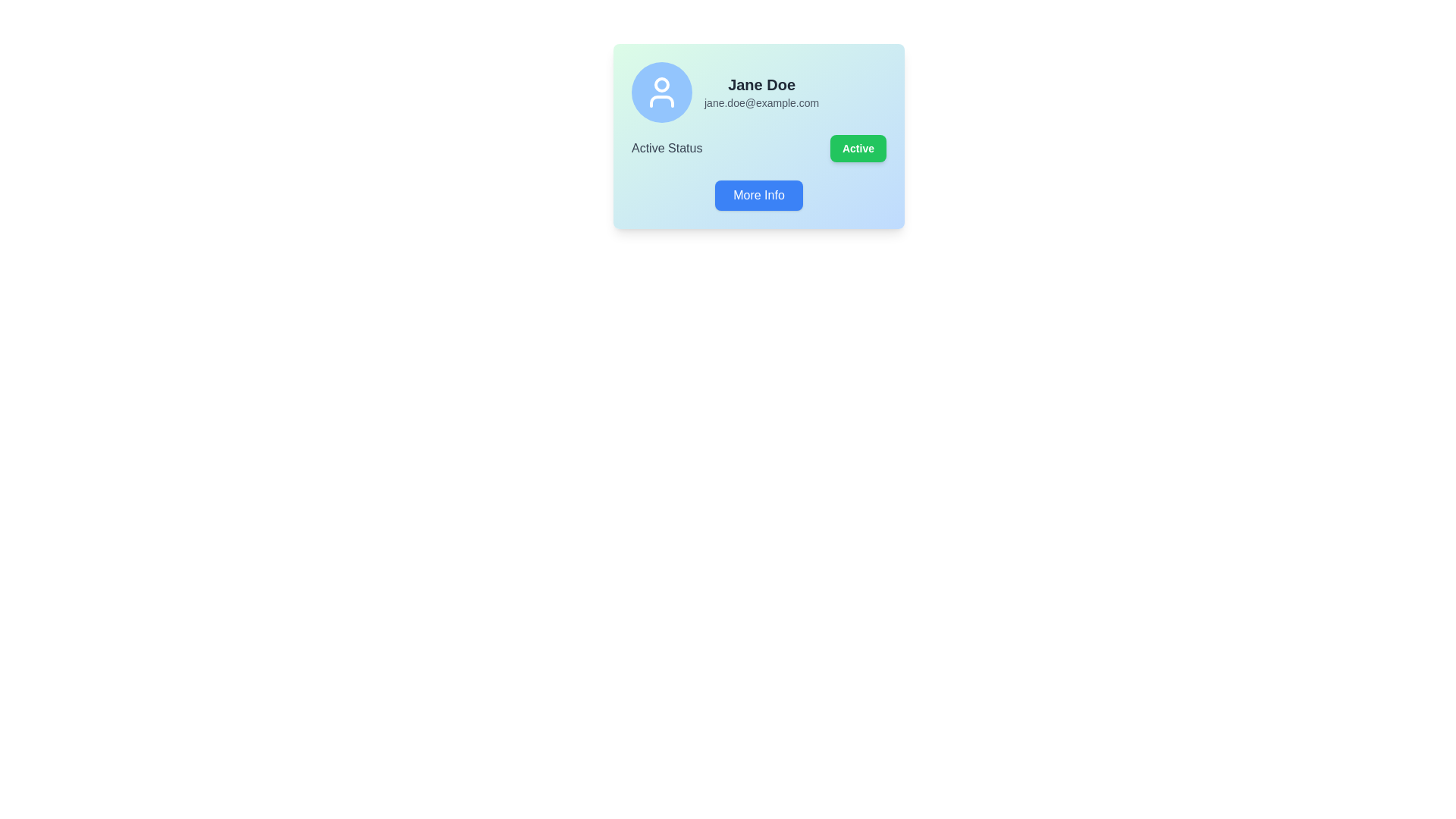  Describe the element at coordinates (667, 149) in the screenshot. I see `label text that describes the purpose of the adjacent 'Active' button, located in the upper half of the visible card layout` at that location.